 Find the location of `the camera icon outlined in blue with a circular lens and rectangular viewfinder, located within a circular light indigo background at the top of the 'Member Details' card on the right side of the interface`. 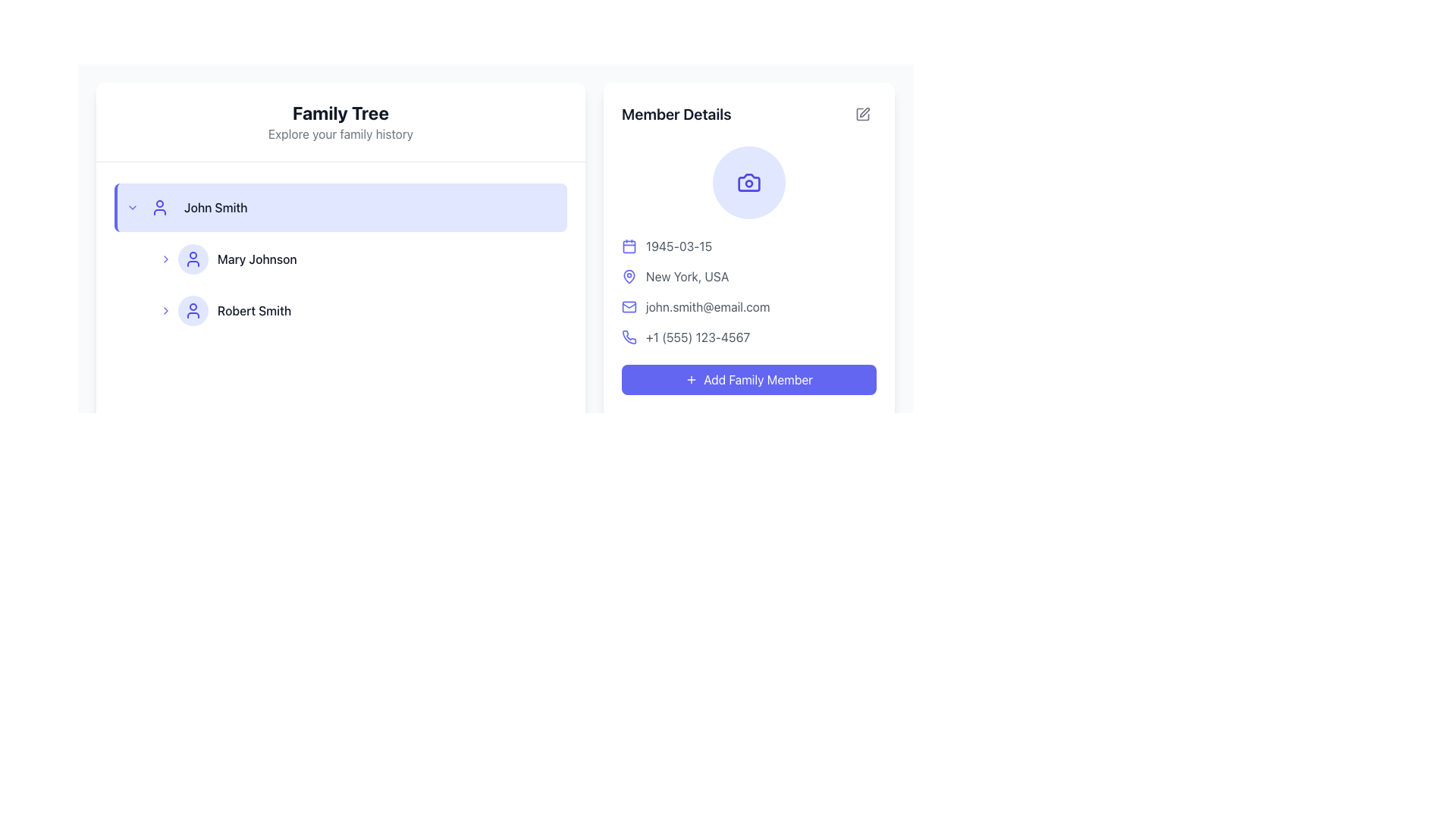

the camera icon outlined in blue with a circular lens and rectangular viewfinder, located within a circular light indigo background at the top of the 'Member Details' card on the right side of the interface is located at coordinates (749, 181).